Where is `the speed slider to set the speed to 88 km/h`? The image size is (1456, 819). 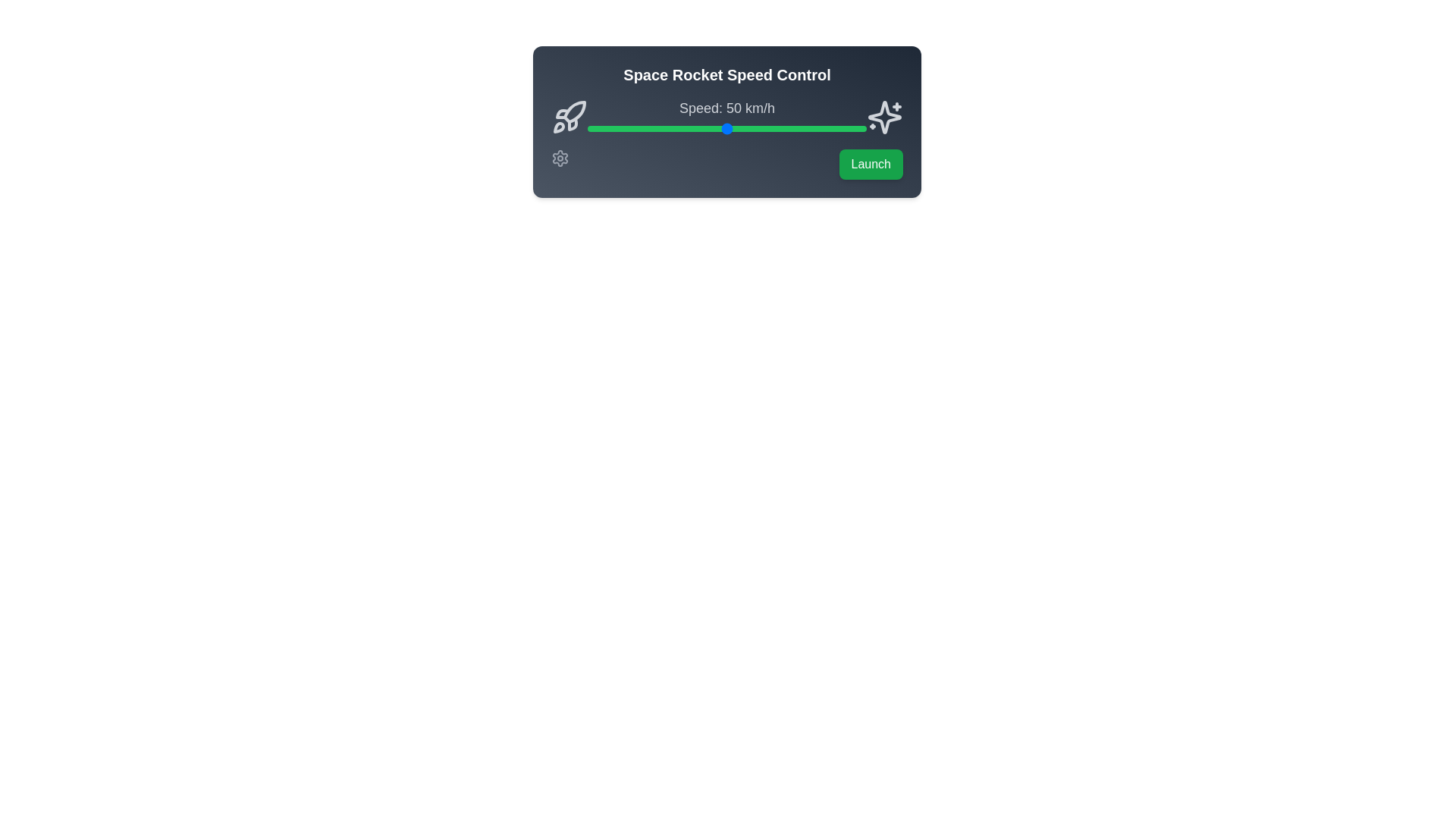
the speed slider to set the speed to 88 km/h is located at coordinates (832, 127).